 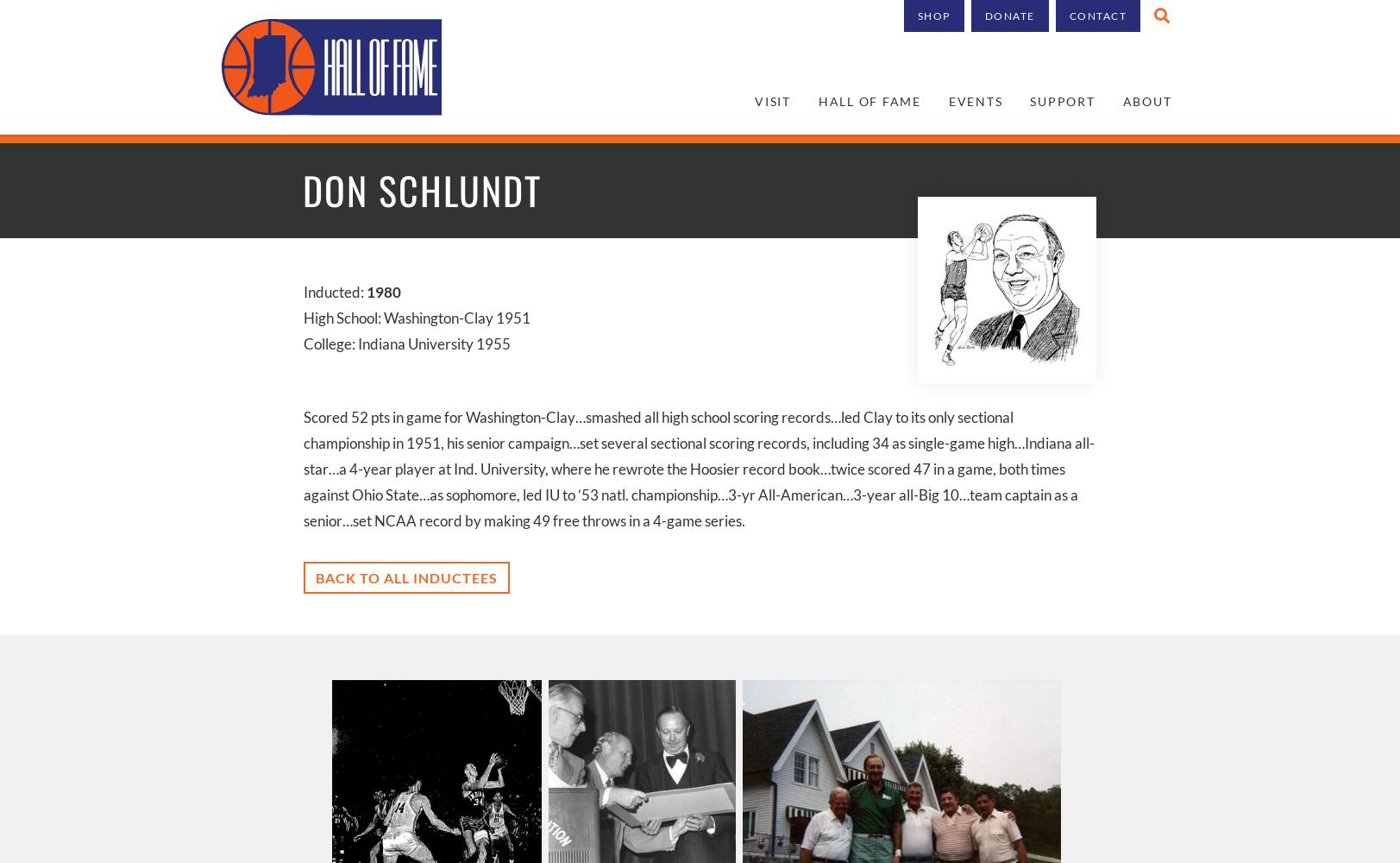 What do you see at coordinates (334, 291) in the screenshot?
I see `'Inducted:'` at bounding box center [334, 291].